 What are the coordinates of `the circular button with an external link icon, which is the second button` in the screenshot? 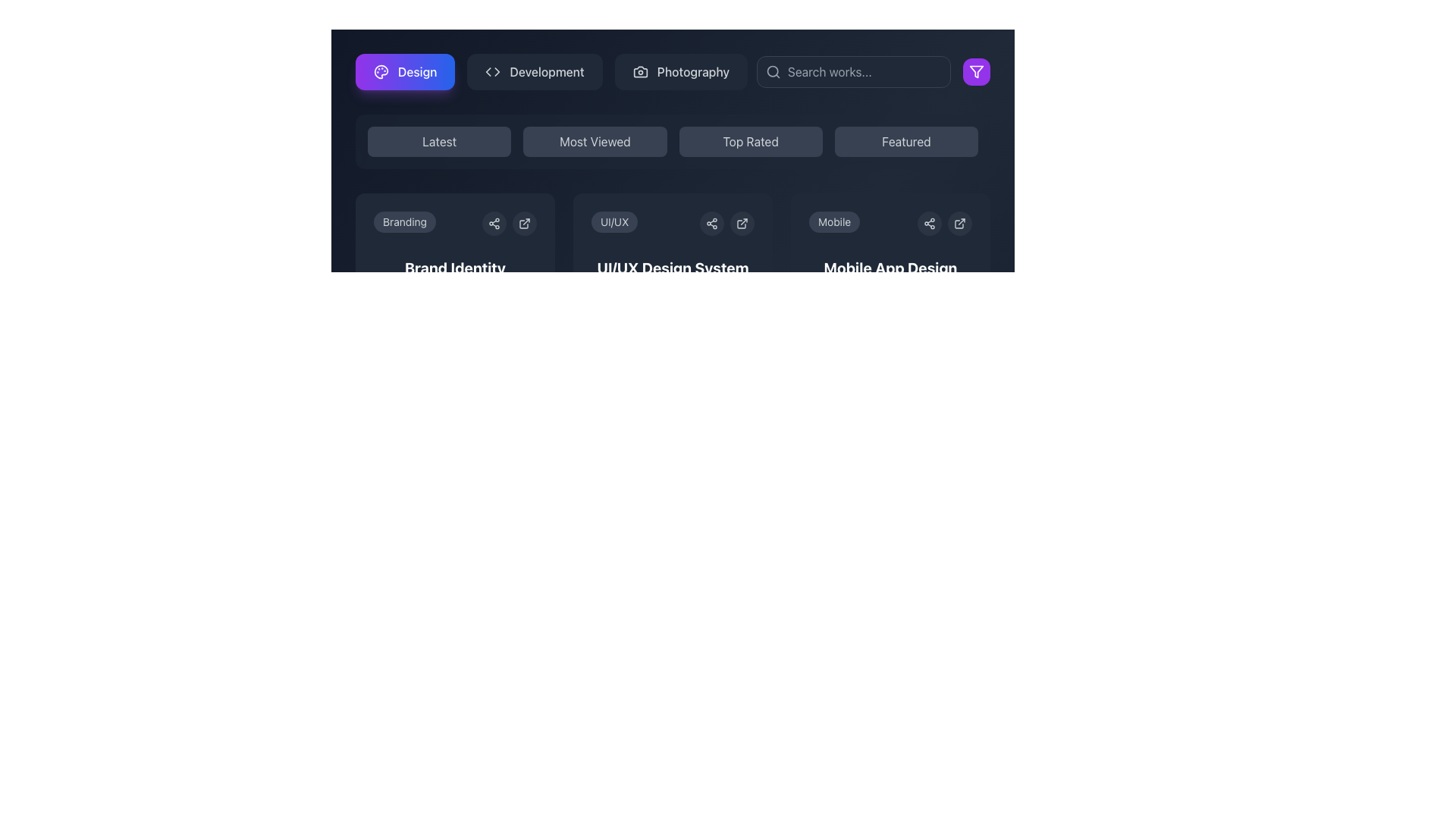 It's located at (742, 223).